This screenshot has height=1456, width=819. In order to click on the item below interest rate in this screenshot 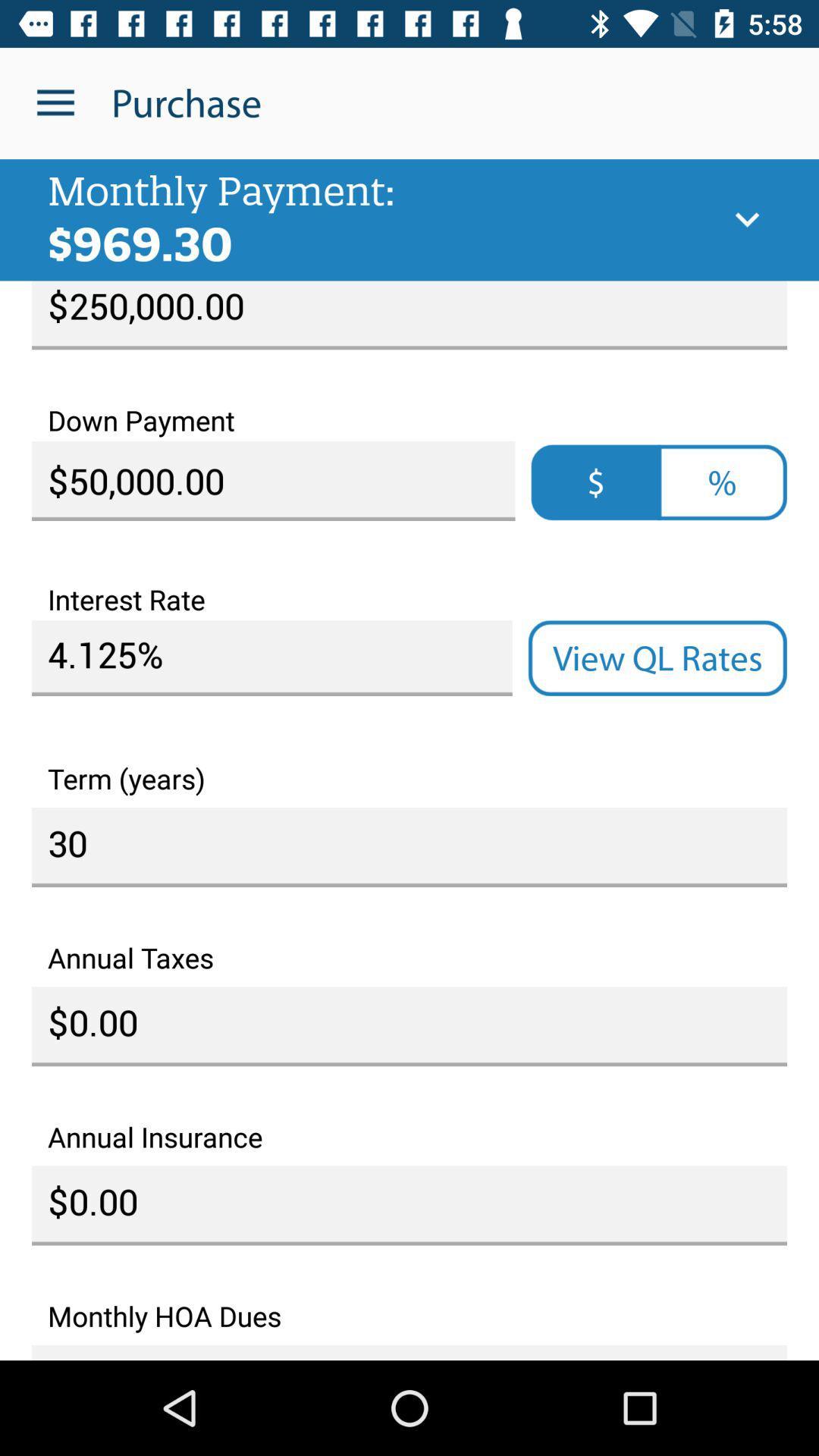, I will do `click(271, 658)`.